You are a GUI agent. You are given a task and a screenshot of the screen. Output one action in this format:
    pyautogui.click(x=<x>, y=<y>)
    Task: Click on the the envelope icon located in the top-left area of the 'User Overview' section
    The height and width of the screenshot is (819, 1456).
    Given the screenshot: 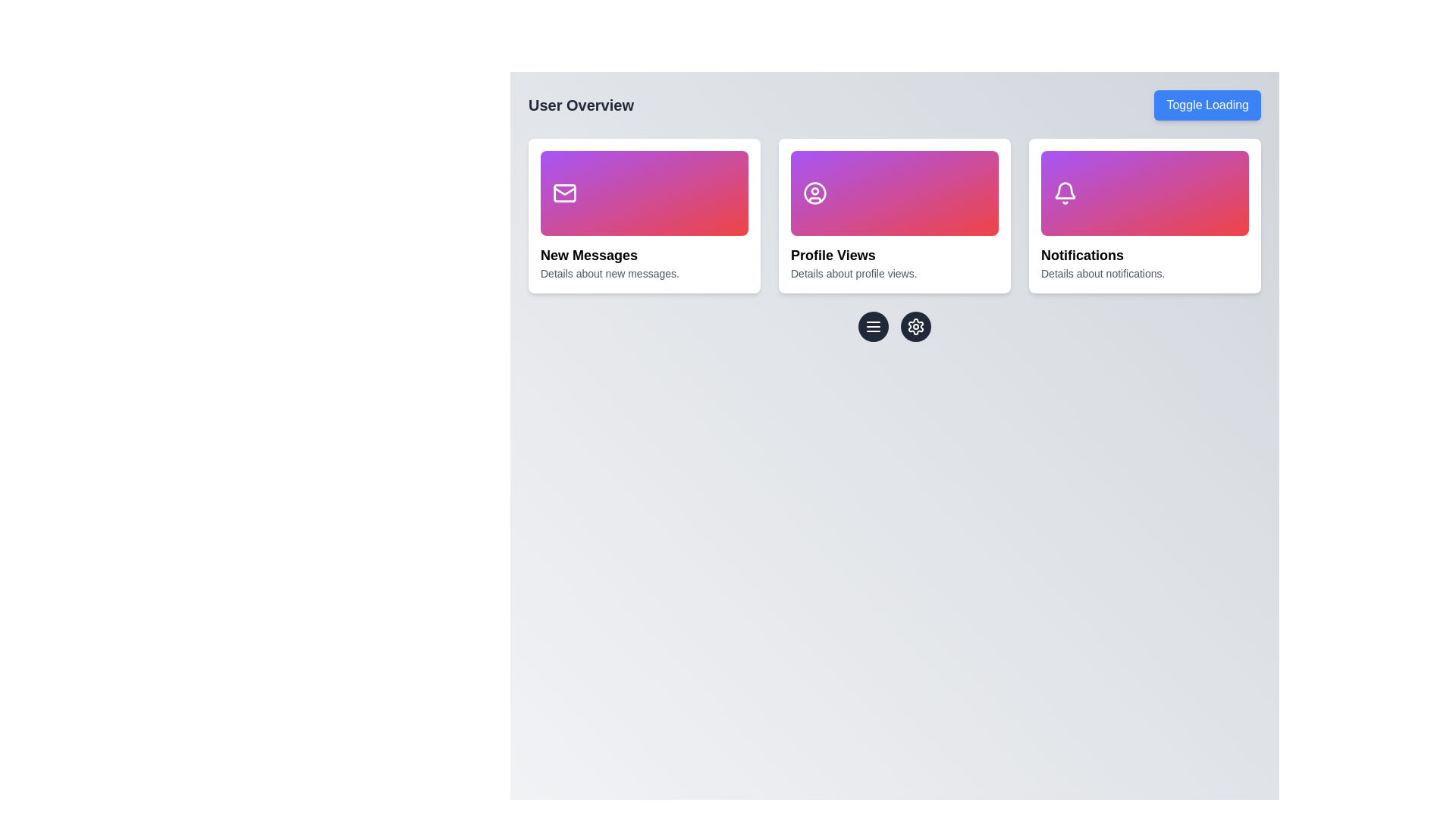 What is the action you would take?
    pyautogui.click(x=563, y=192)
    